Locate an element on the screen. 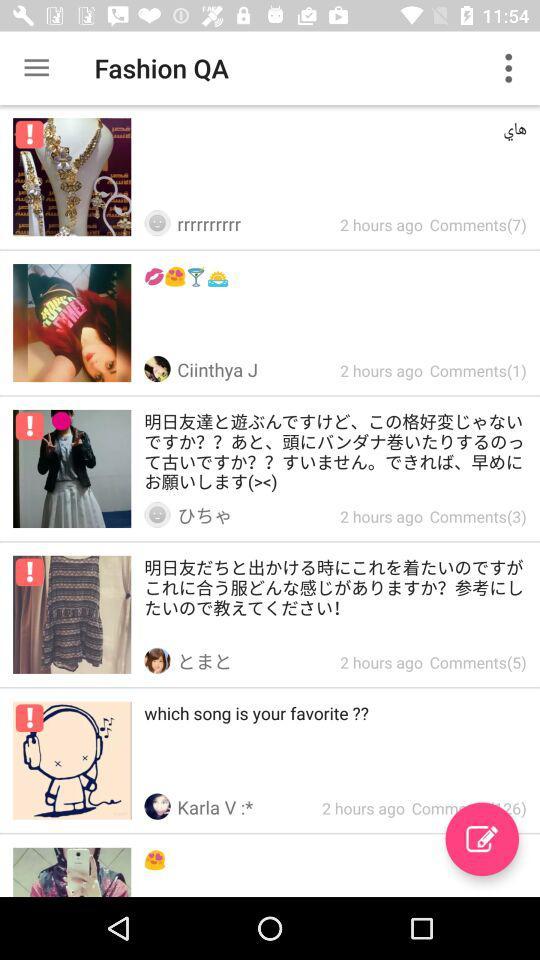 This screenshot has width=540, height=960. write new post is located at coordinates (481, 839).